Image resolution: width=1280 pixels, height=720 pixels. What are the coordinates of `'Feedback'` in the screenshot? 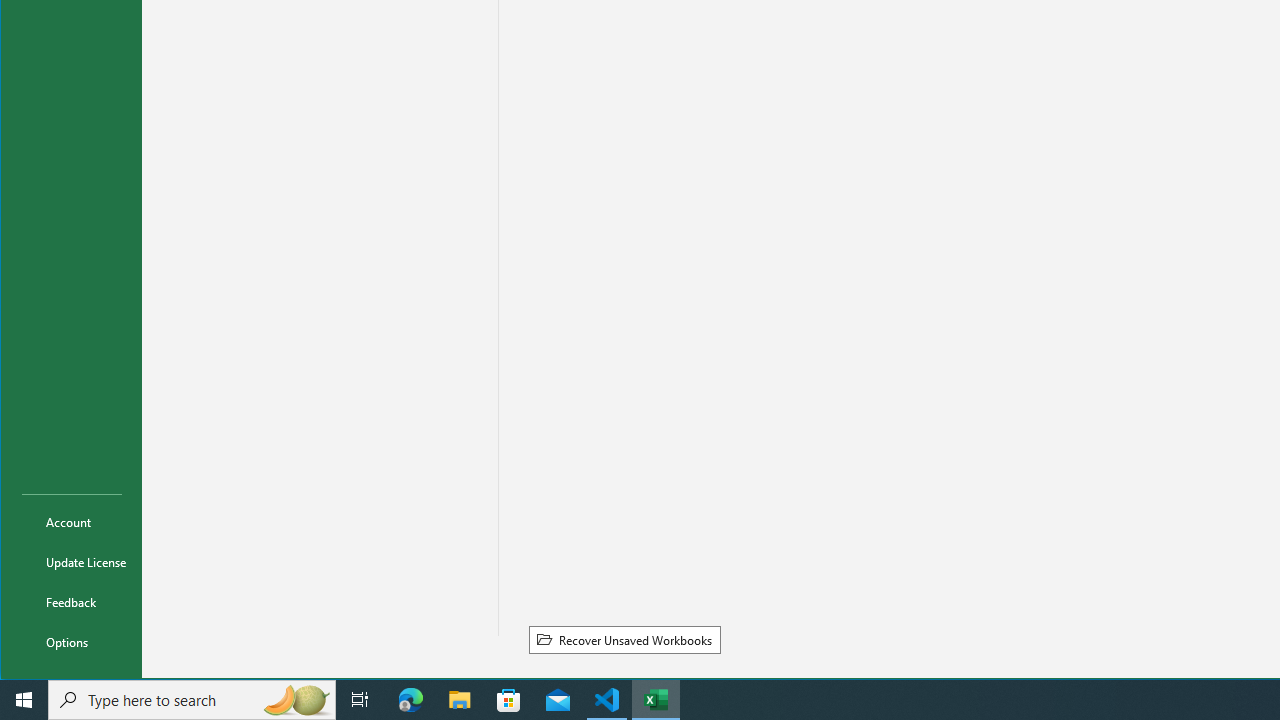 It's located at (72, 600).